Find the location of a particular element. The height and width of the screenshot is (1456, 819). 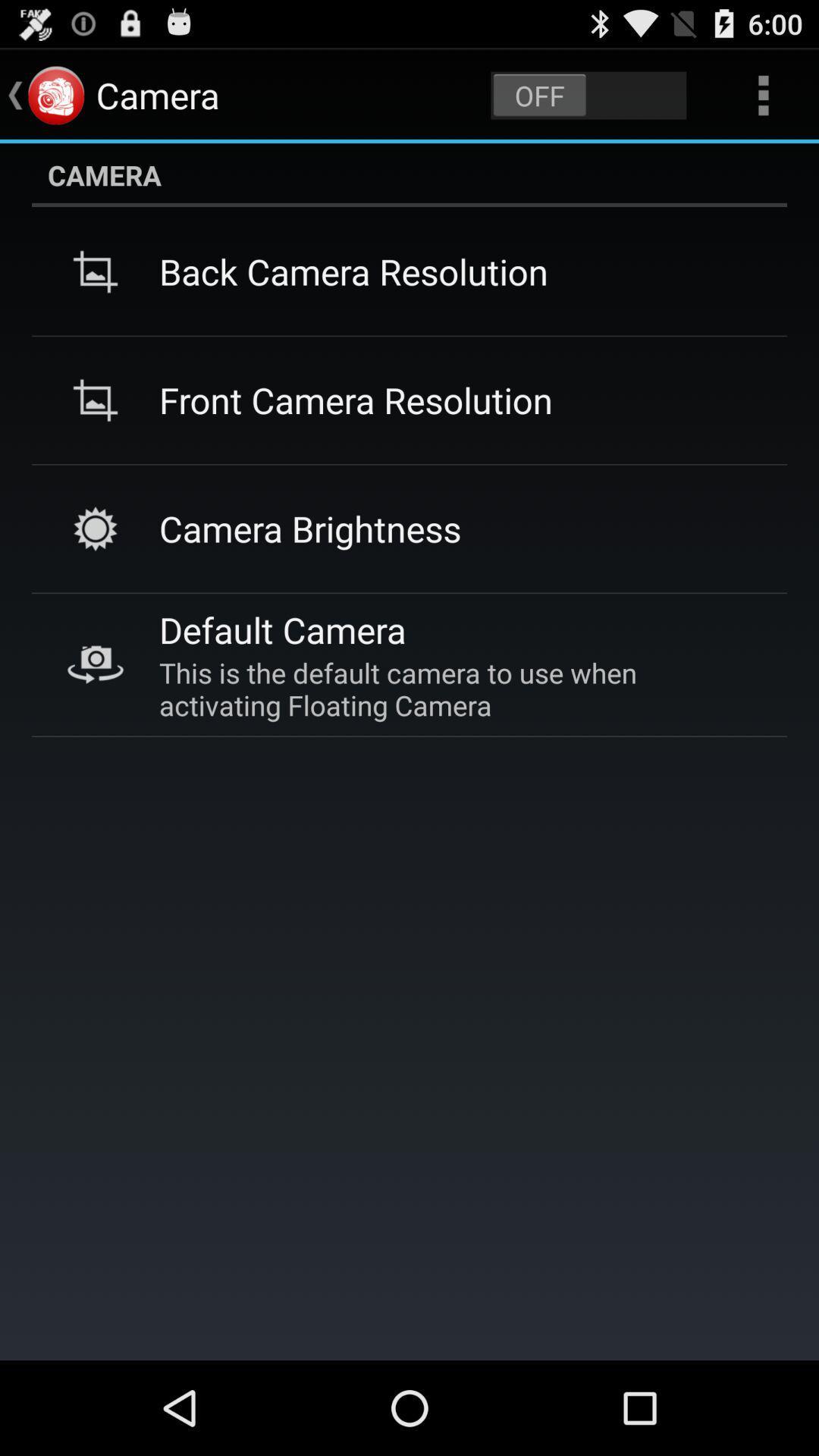

the icon which is left to the back camera resolution is located at coordinates (96, 272).